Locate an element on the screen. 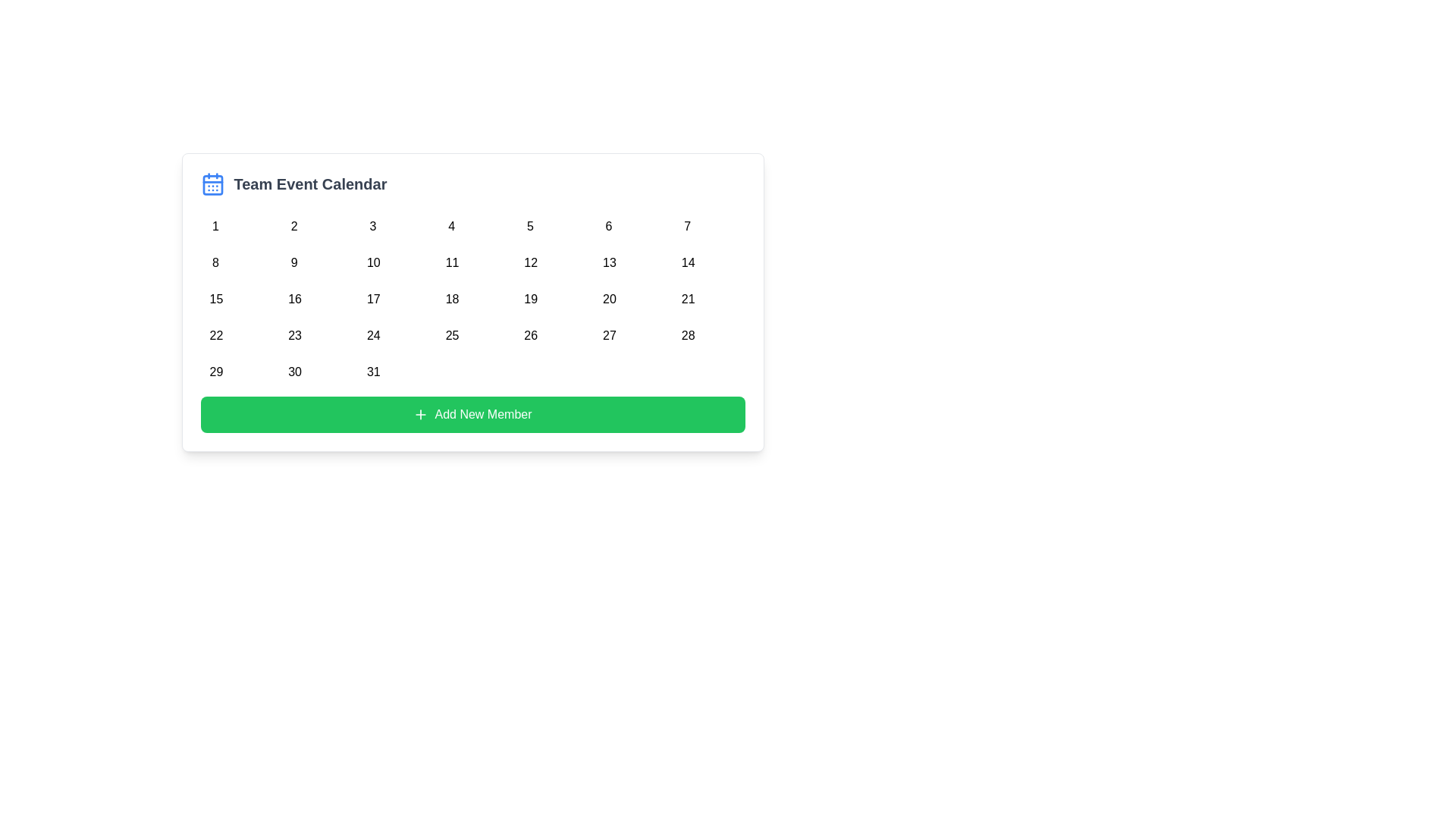 The height and width of the screenshot is (819, 1456). the button for selecting the date '30' in the calendar interface, located in the last row of the grid under 'Team Event Calendar' is located at coordinates (294, 369).